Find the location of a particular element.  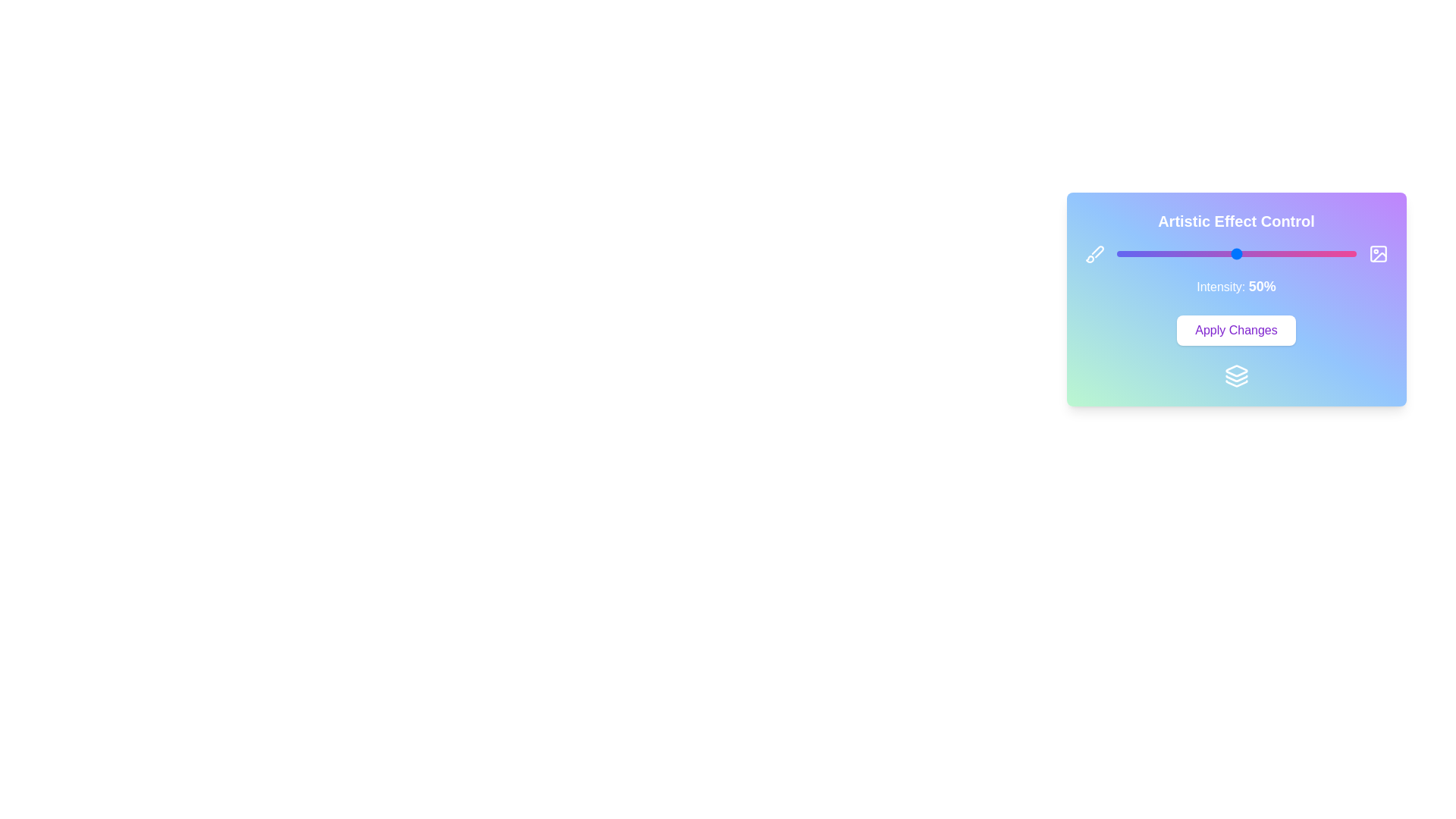

the slider to set the intensity to 76% is located at coordinates (1298, 253).